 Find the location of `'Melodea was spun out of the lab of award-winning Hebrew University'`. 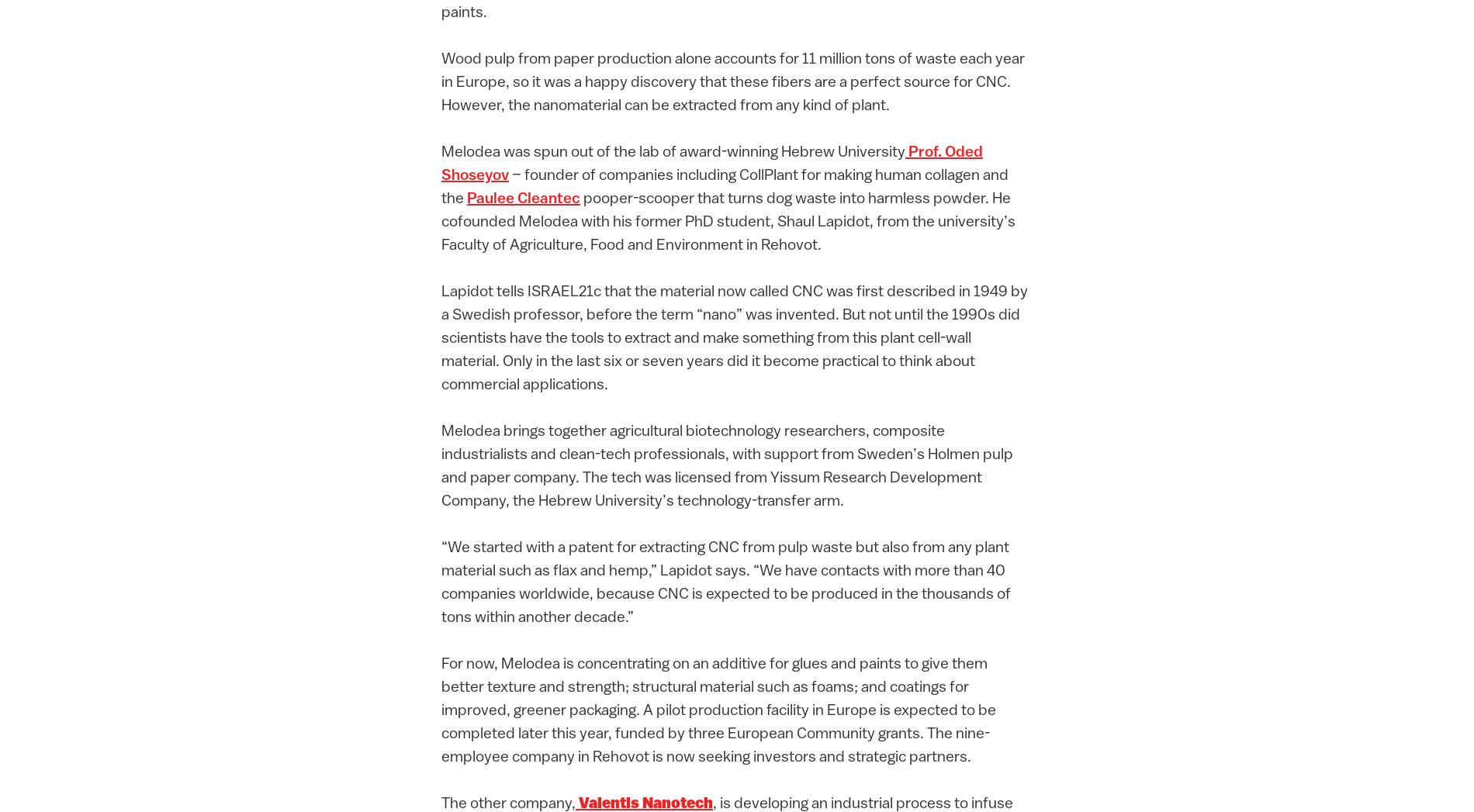

'Melodea was spun out of the lab of award-winning Hebrew University' is located at coordinates (672, 152).